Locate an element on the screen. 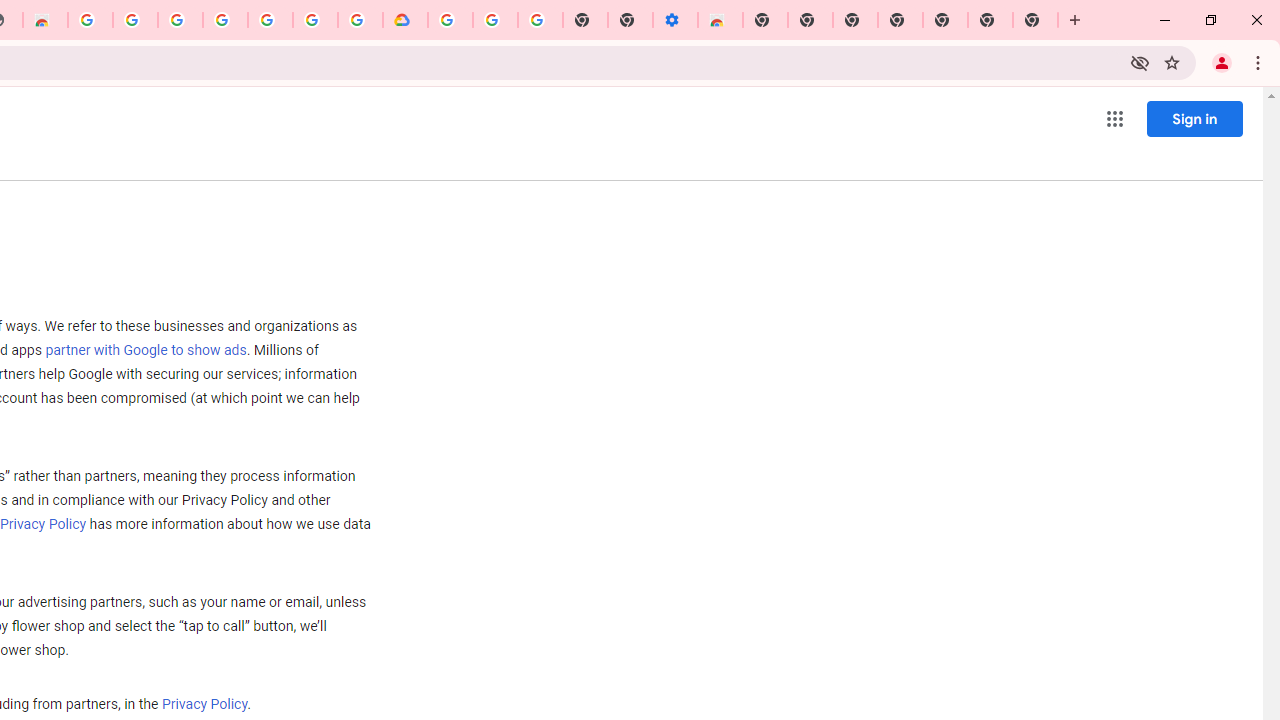 This screenshot has height=720, width=1280. 'partner with Google to show ads' is located at coordinates (144, 350).